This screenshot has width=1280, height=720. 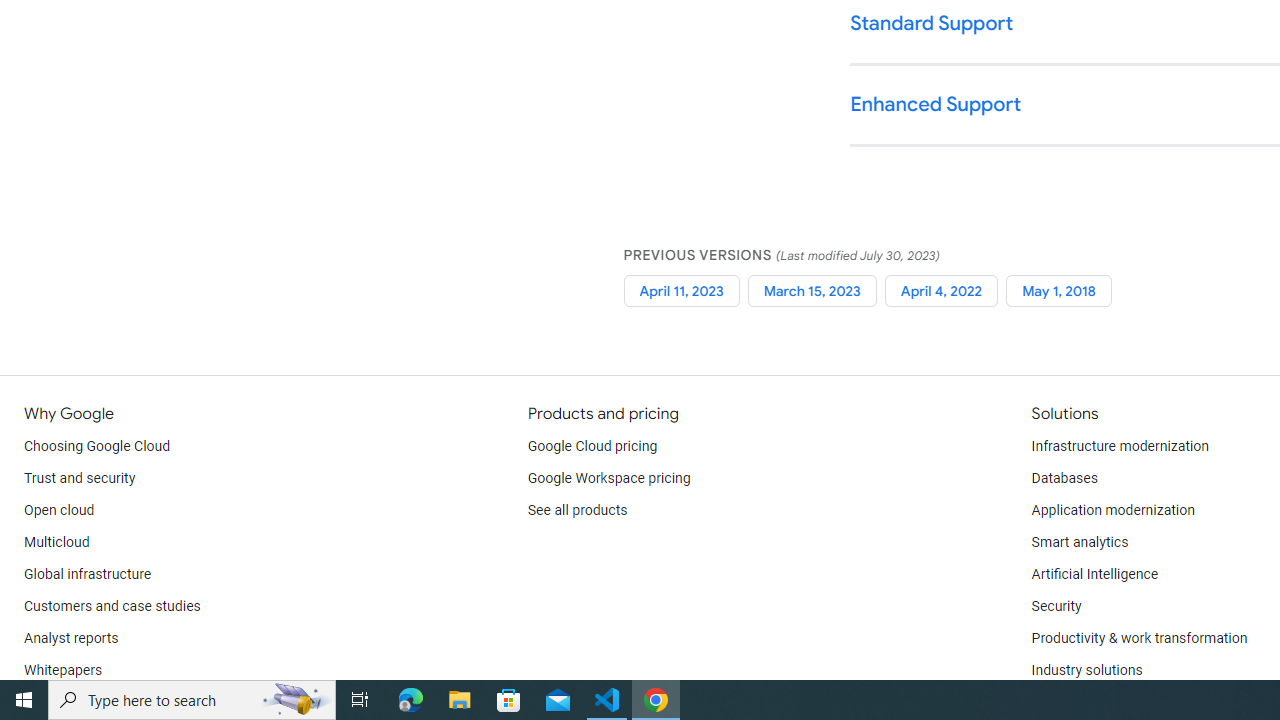 What do you see at coordinates (59, 510) in the screenshot?
I see `'Open cloud'` at bounding box center [59, 510].